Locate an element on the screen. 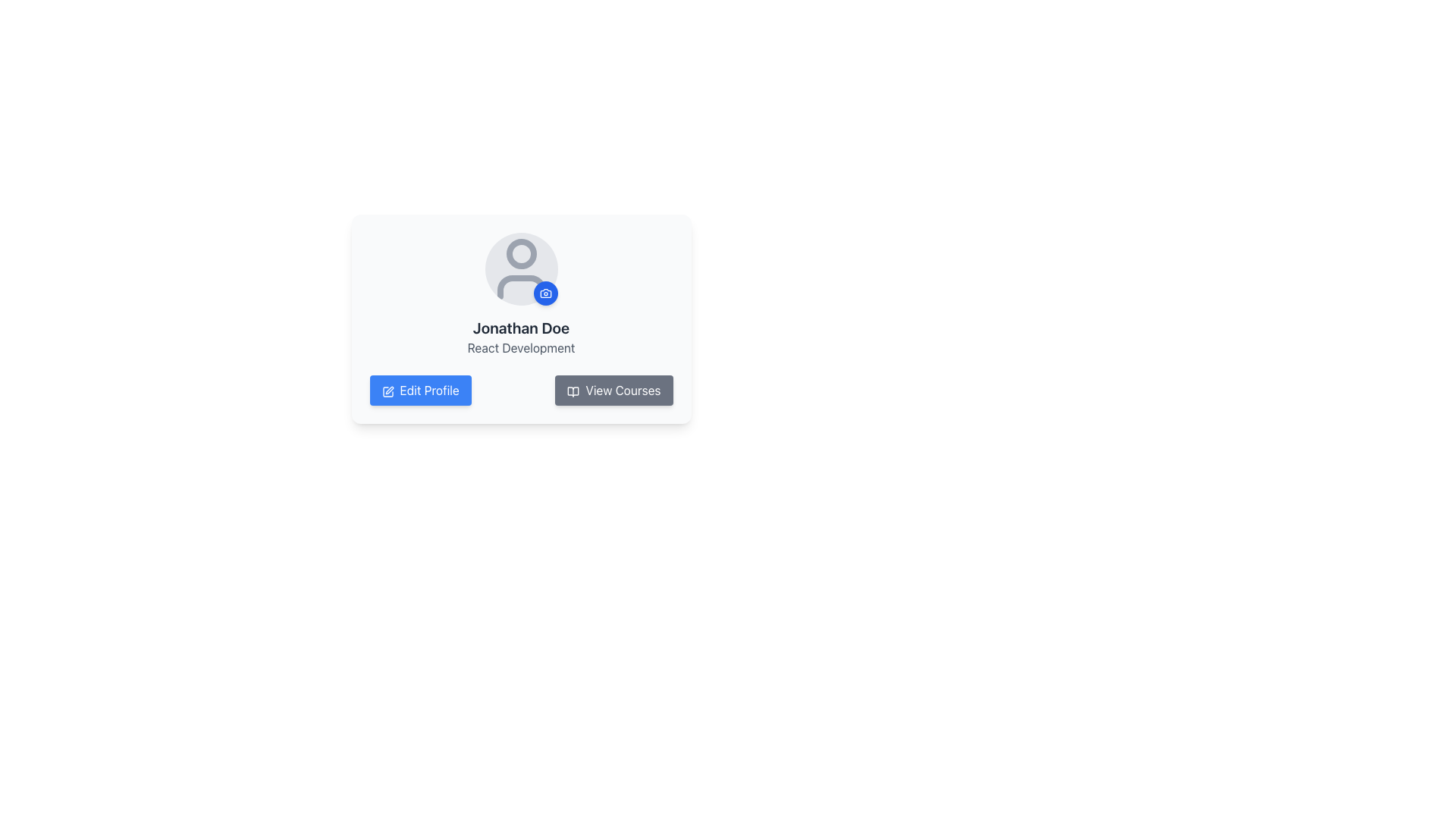 The width and height of the screenshot is (1456, 819). the pen icon located to the left of the 'Edit Profile' text in the editing button at the bottom-left of the card component is located at coordinates (388, 391).